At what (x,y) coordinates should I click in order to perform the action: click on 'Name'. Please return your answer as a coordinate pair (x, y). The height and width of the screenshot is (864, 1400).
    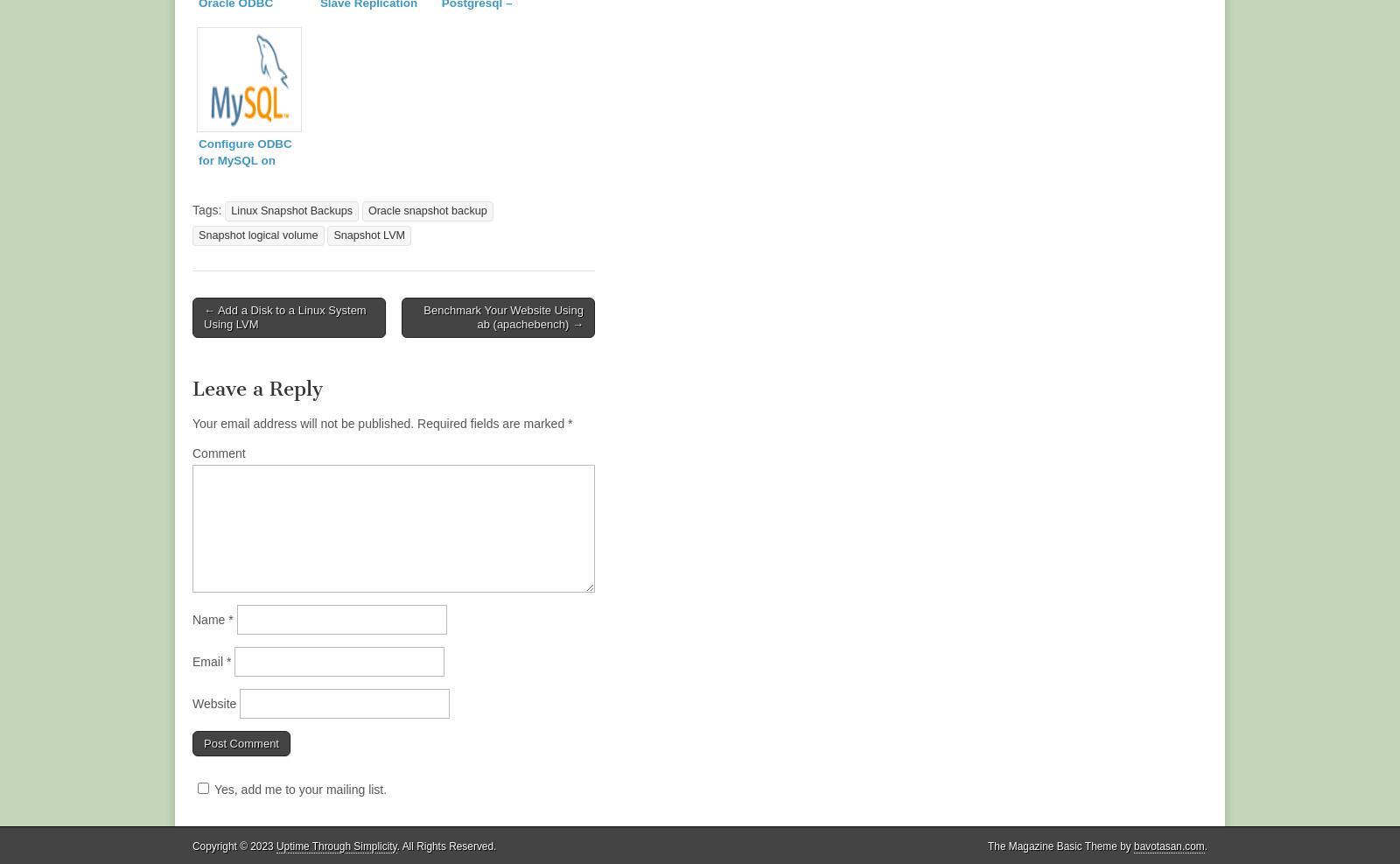
    Looking at the image, I should click on (210, 617).